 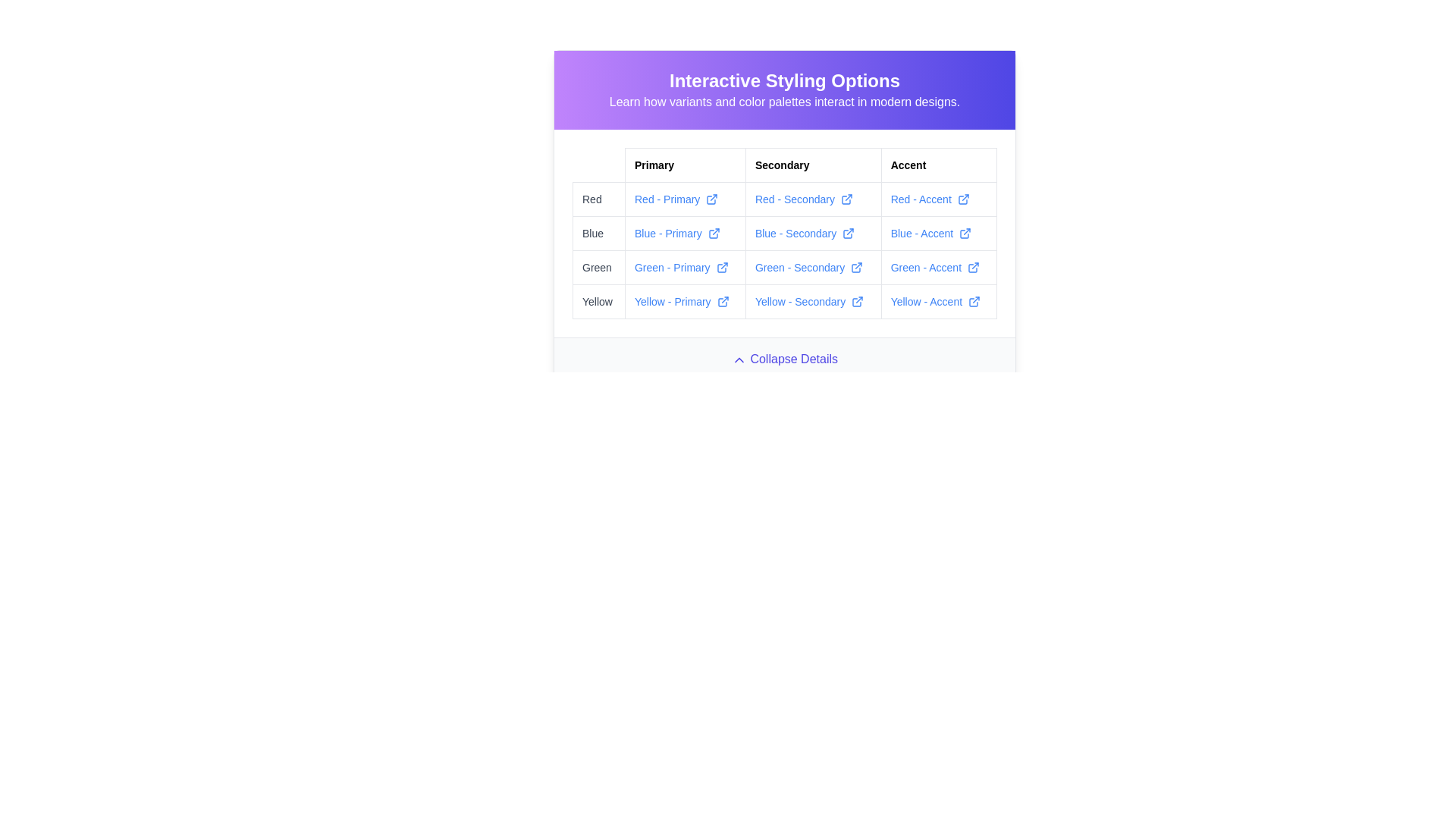 What do you see at coordinates (721, 267) in the screenshot?
I see `the external link icon next to the text 'Green - Primary'` at bounding box center [721, 267].